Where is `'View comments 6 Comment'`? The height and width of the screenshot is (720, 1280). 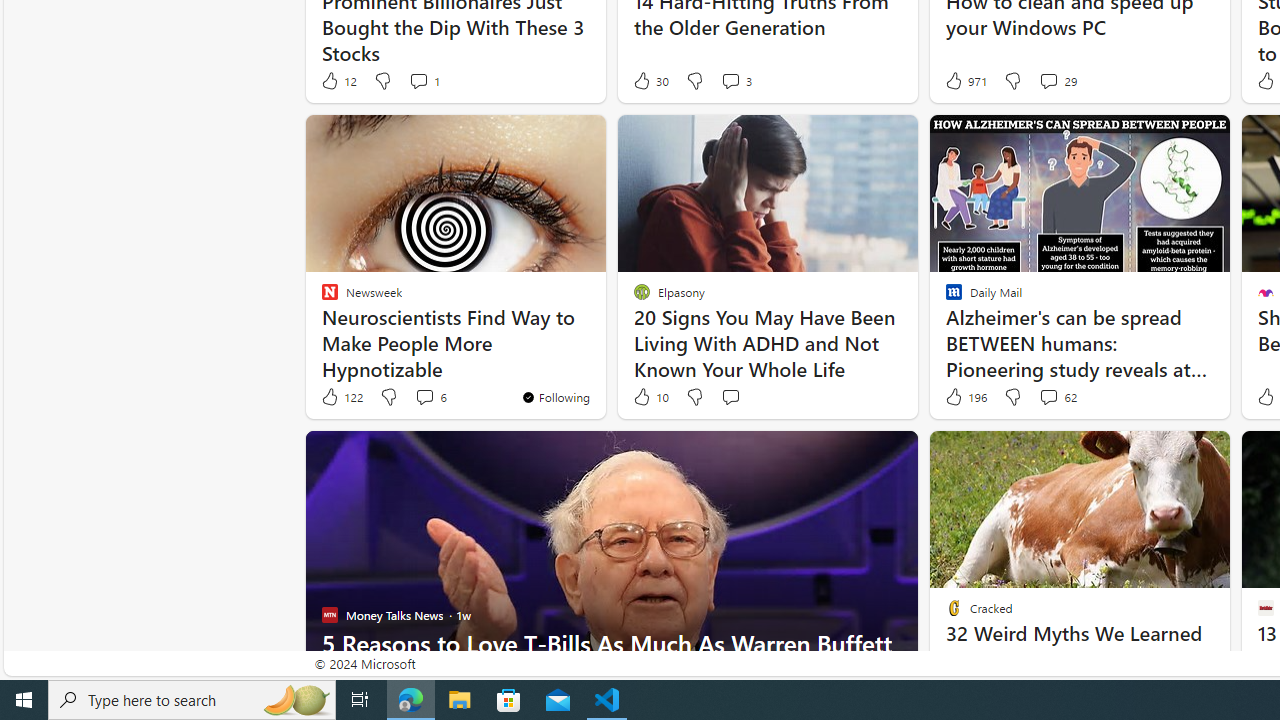
'View comments 6 Comment' is located at coordinates (423, 397).